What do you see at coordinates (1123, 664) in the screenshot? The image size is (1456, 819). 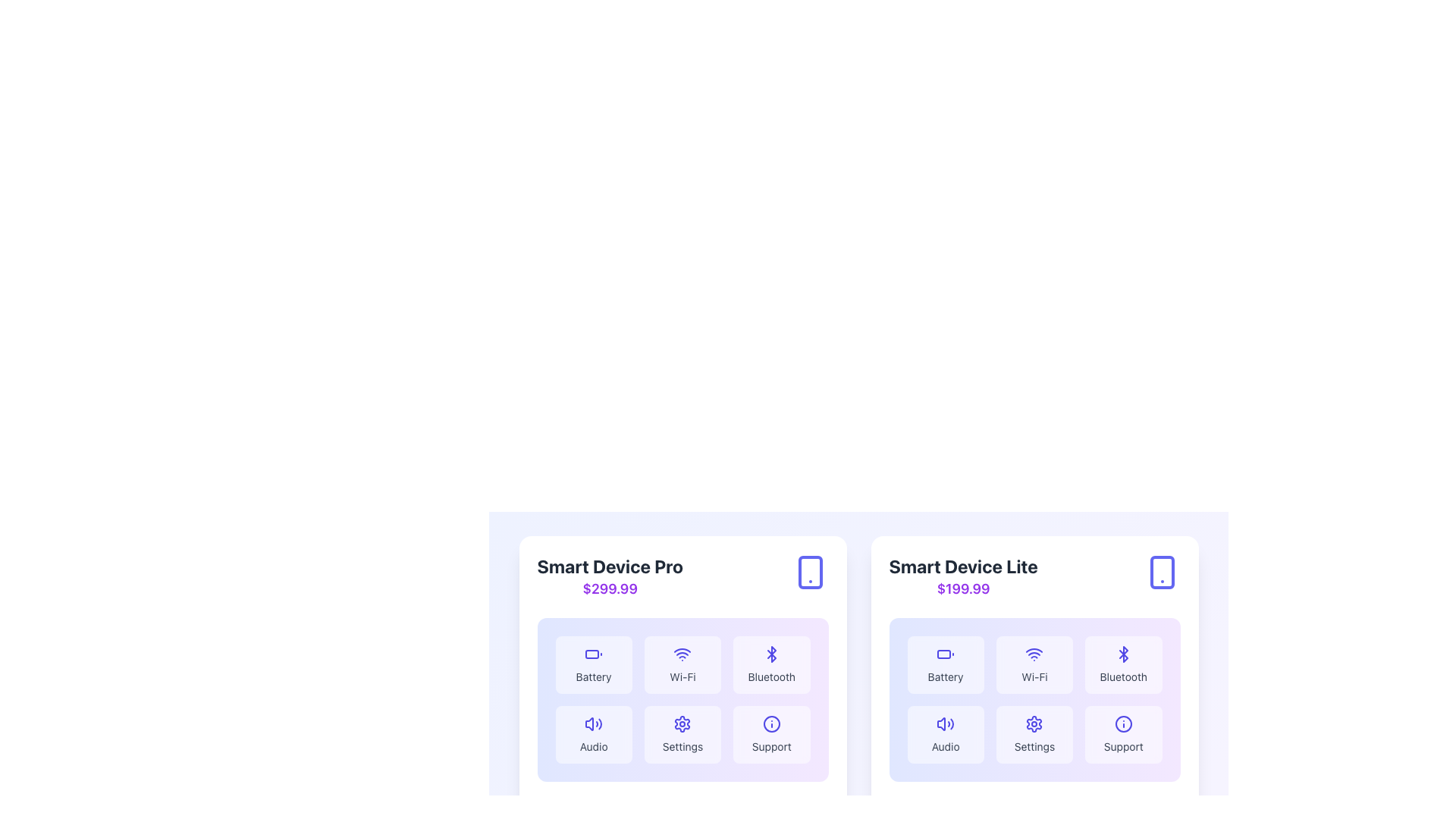 I see `the Bluetooth button located in the third column of the top row within the grid structure` at bounding box center [1123, 664].